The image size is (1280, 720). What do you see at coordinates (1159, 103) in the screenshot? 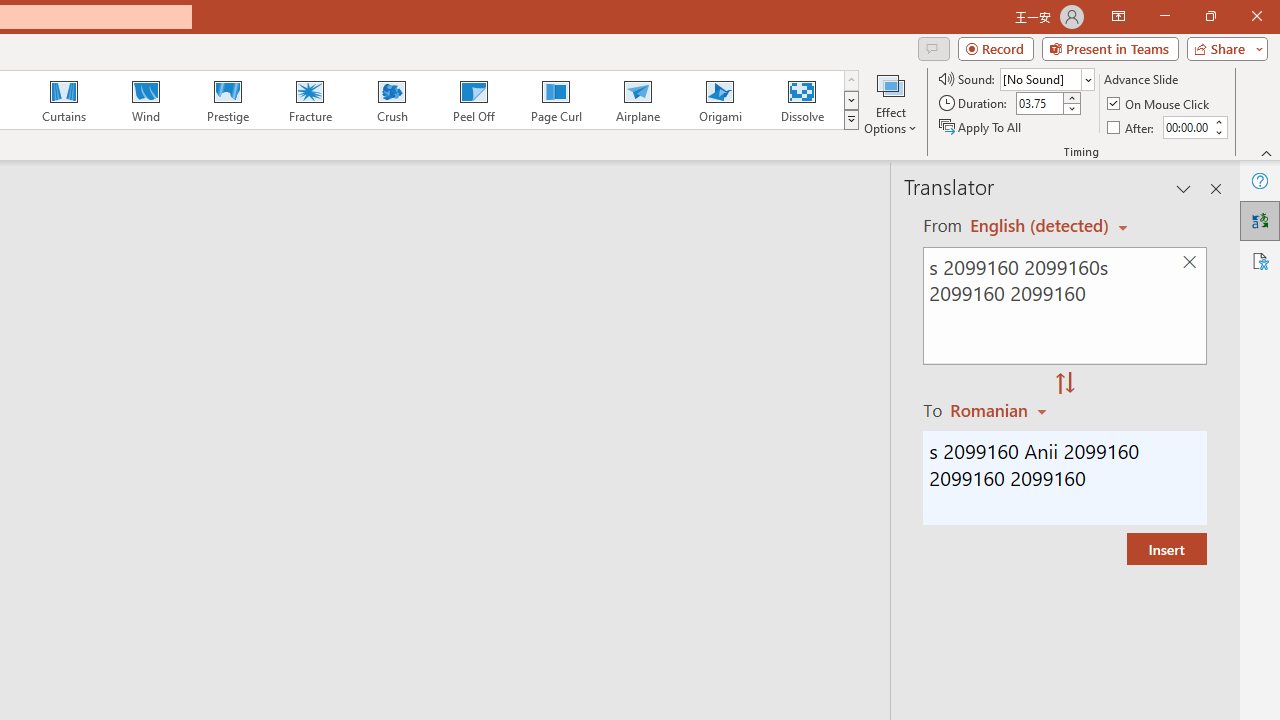
I see `'On Mouse Click'` at bounding box center [1159, 103].